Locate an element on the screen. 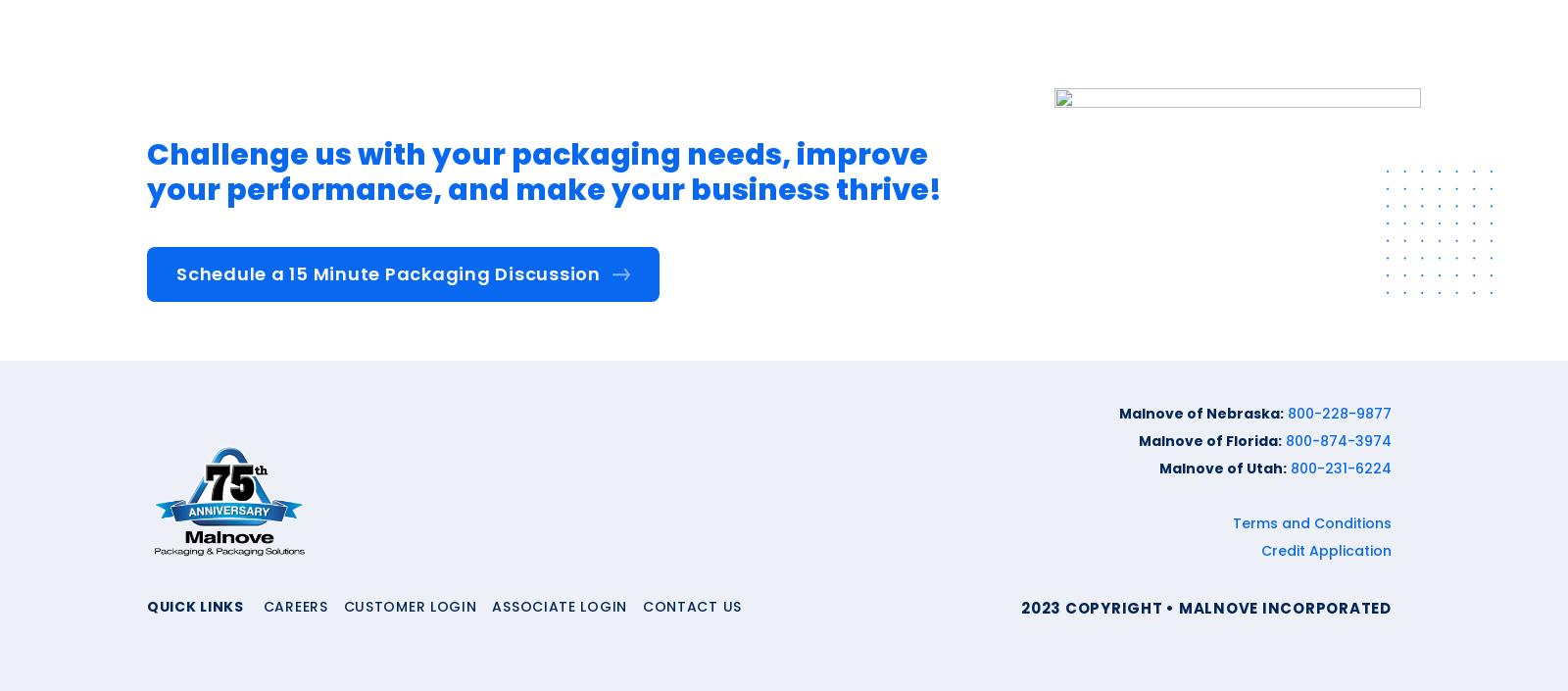 The image size is (1568, 691). 'CUSTOMER LOGIN' is located at coordinates (408, 605).